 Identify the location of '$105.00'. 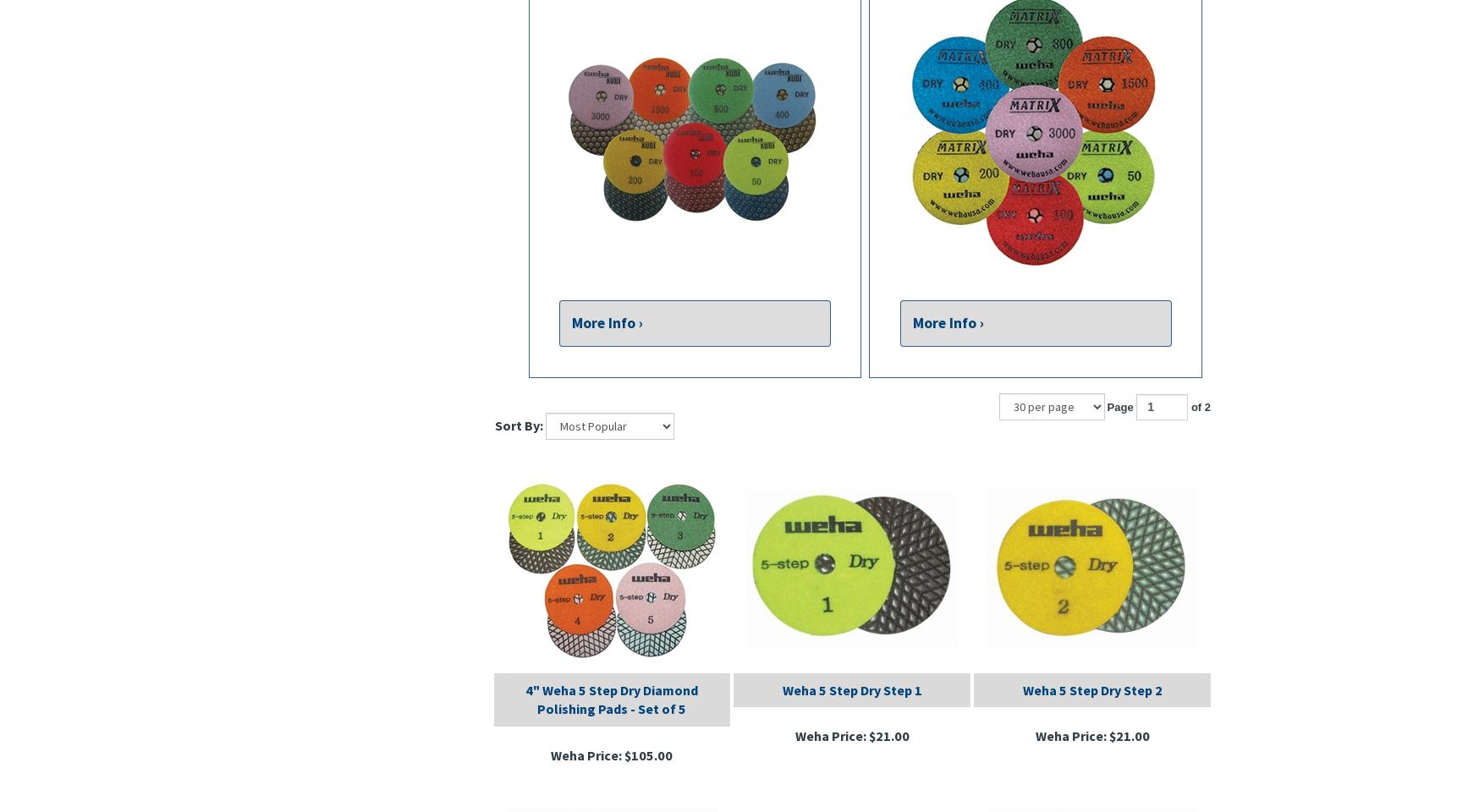
(647, 754).